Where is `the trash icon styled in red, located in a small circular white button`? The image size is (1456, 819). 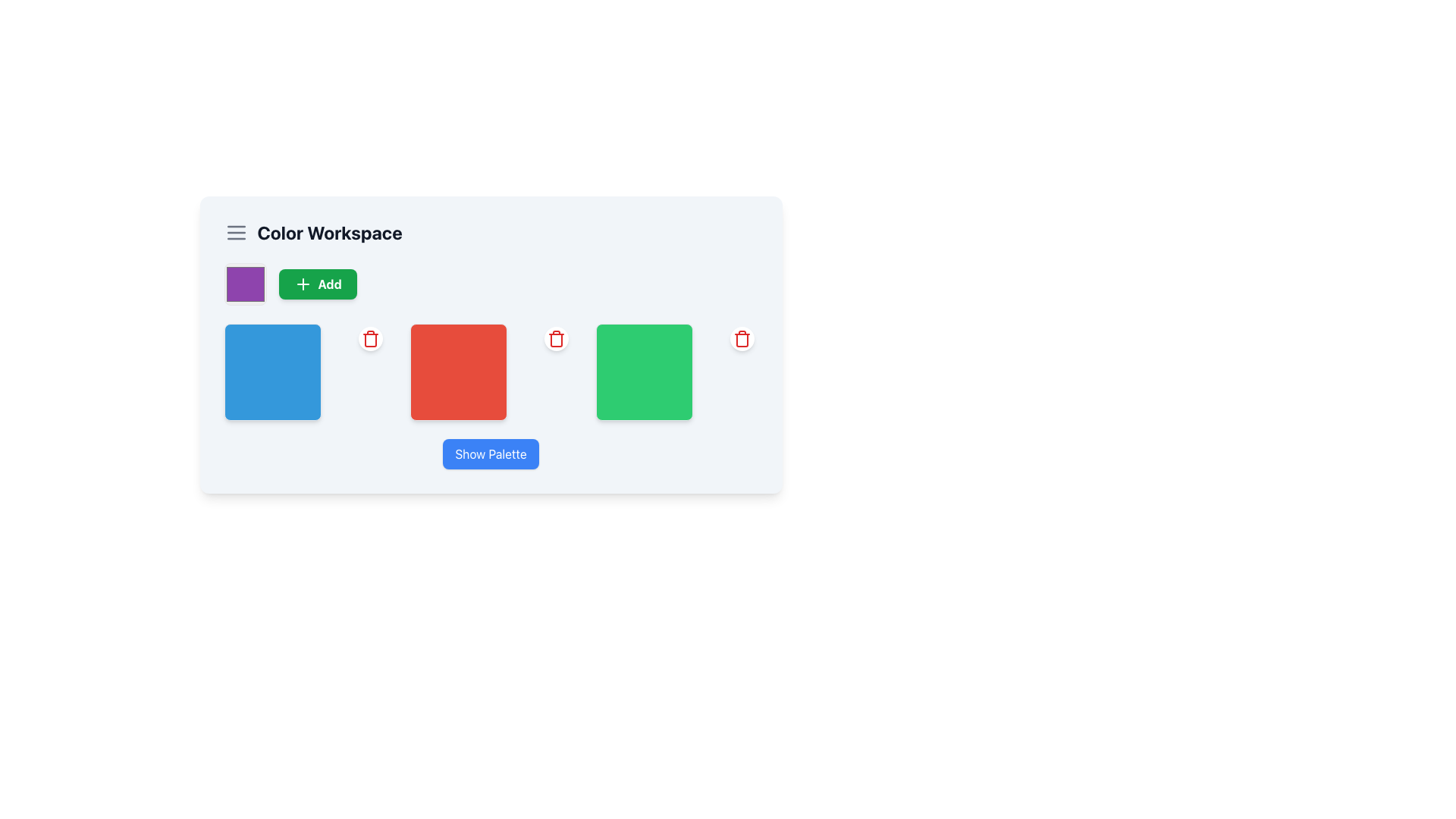
the trash icon styled in red, located in a small circular white button is located at coordinates (556, 338).